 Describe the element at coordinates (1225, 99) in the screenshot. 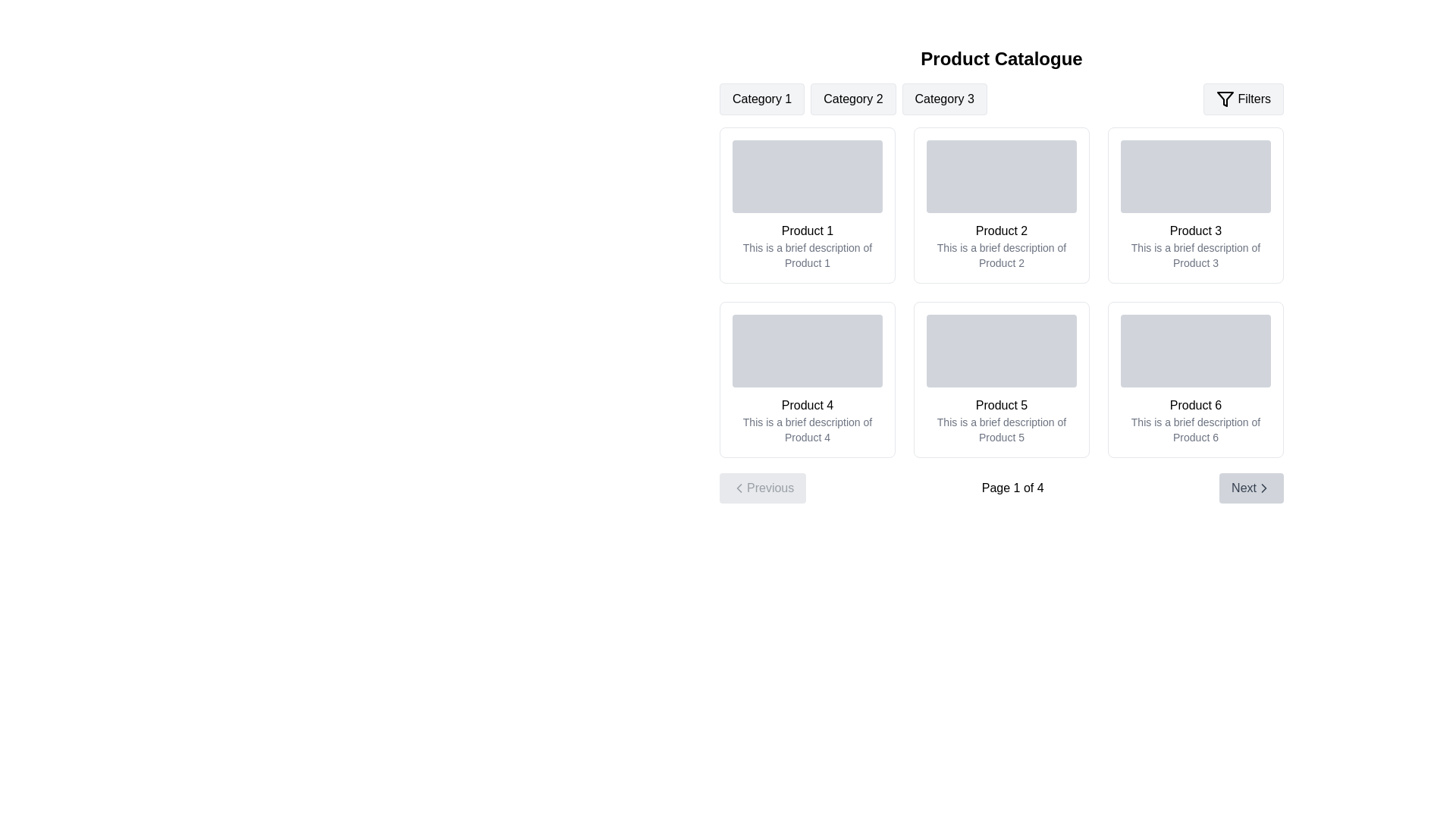

I see `the filter icon within the 'Filters' button located in the top-right corner to observe a tooltip or highlight` at that location.